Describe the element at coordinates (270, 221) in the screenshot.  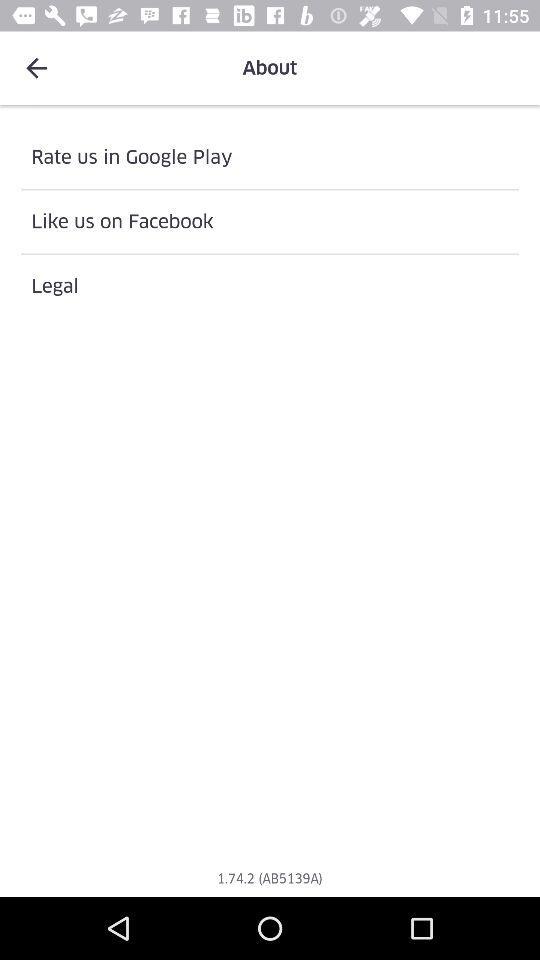
I see `the item above the legal item` at that location.